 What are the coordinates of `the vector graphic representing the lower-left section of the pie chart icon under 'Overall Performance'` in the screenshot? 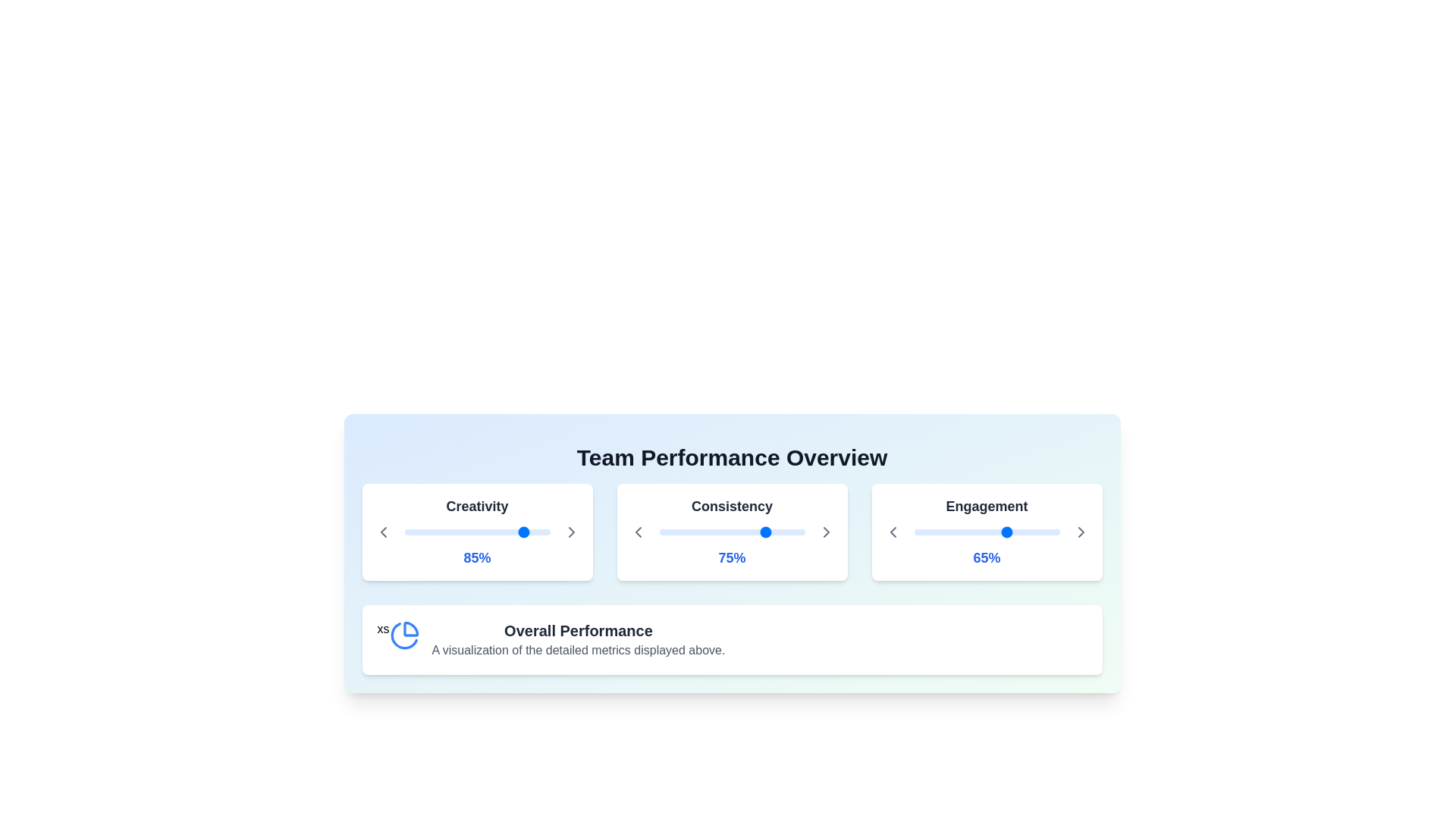 It's located at (403, 635).